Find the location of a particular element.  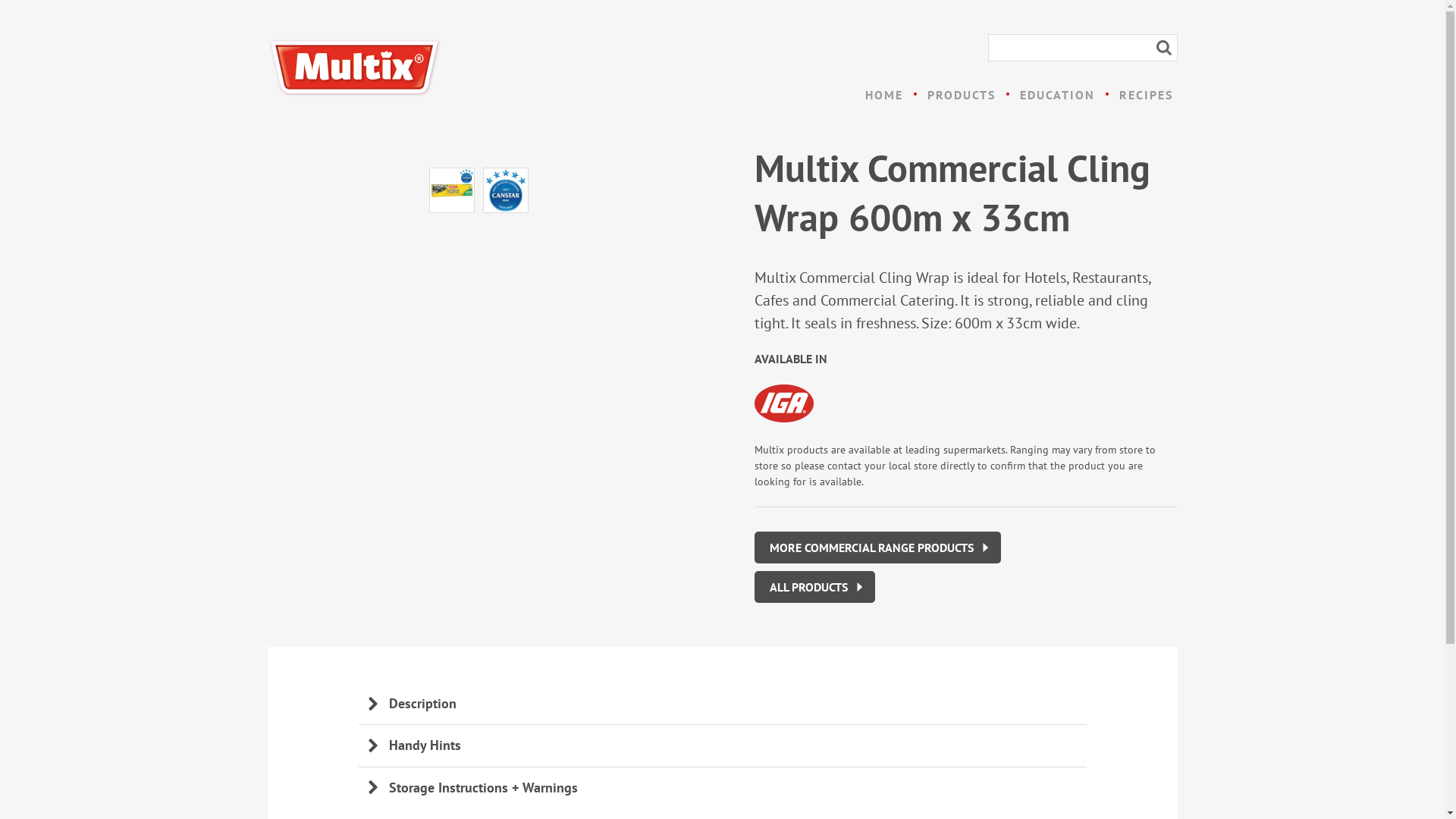

'MORE COMMERCIAL RANGE PRODUCTS' is located at coordinates (877, 547).